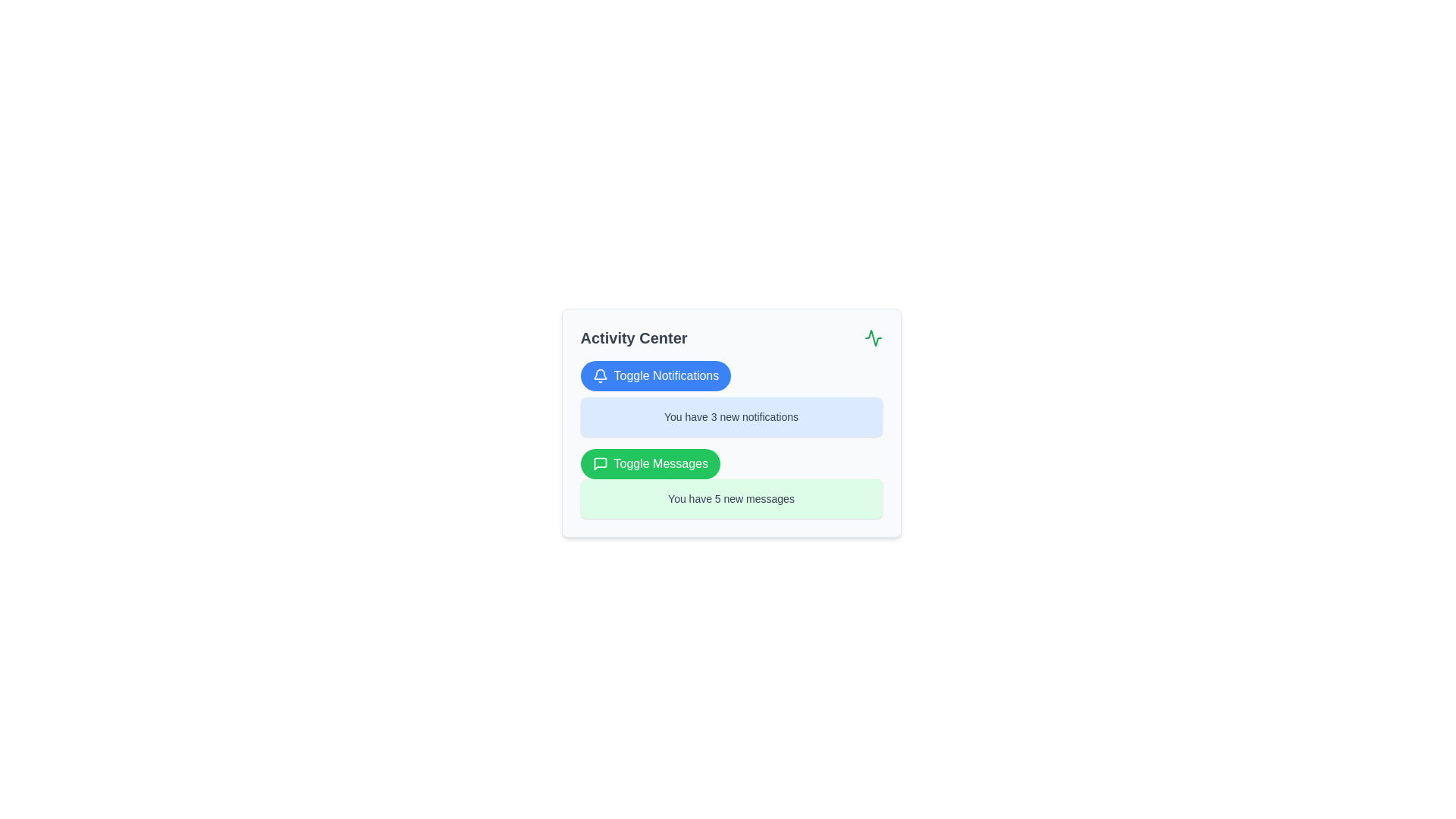  What do you see at coordinates (650, 463) in the screenshot?
I see `the button located below the 'Toggle Notifications' button and above the text box that says 'You have 5 new messages'` at bounding box center [650, 463].